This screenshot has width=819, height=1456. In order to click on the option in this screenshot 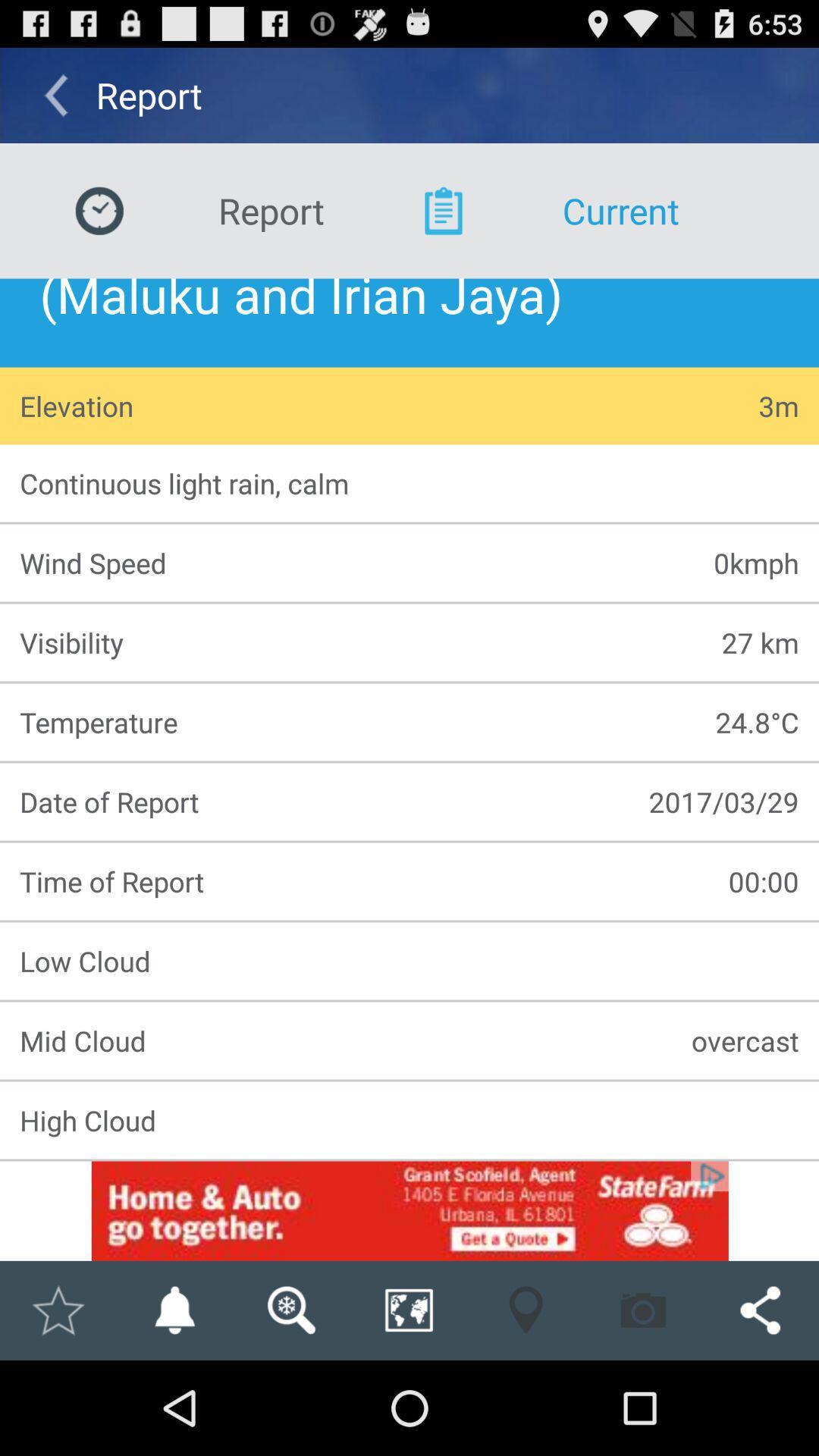, I will do `click(57, 1310)`.